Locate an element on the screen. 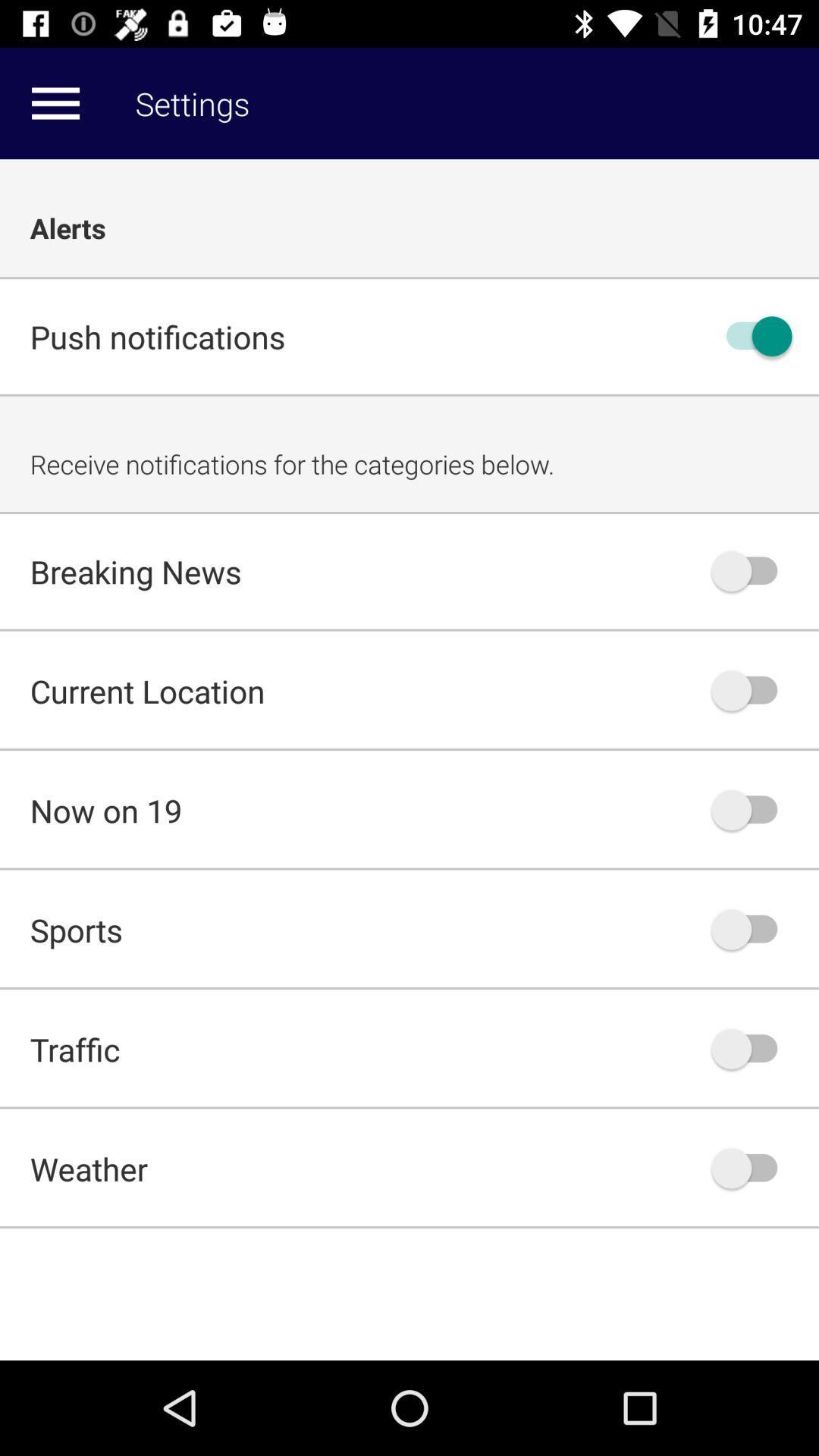 This screenshot has width=819, height=1456. app to the left of the settings icon is located at coordinates (55, 102).